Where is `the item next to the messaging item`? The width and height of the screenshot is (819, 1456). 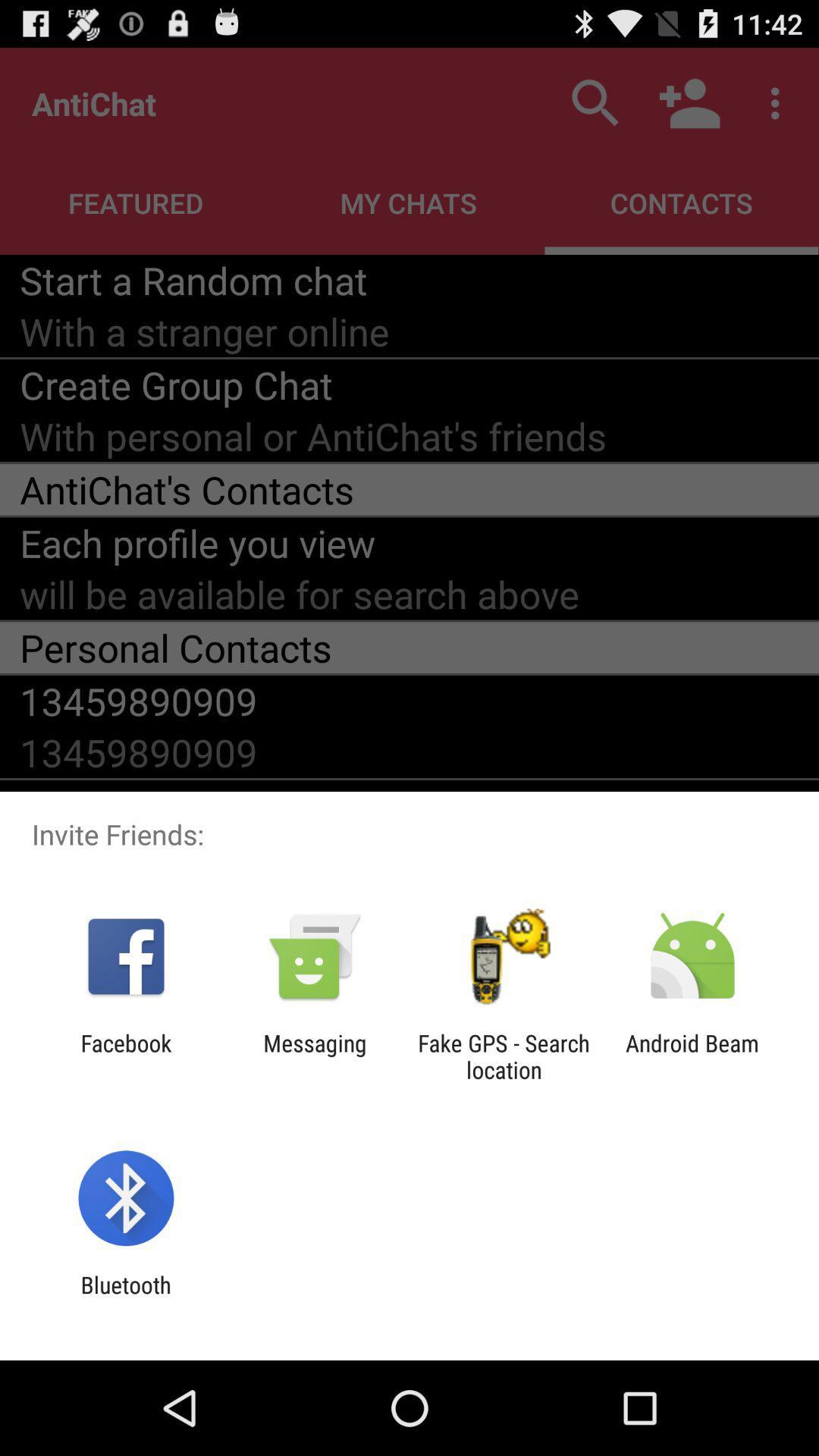
the item next to the messaging item is located at coordinates (504, 1056).